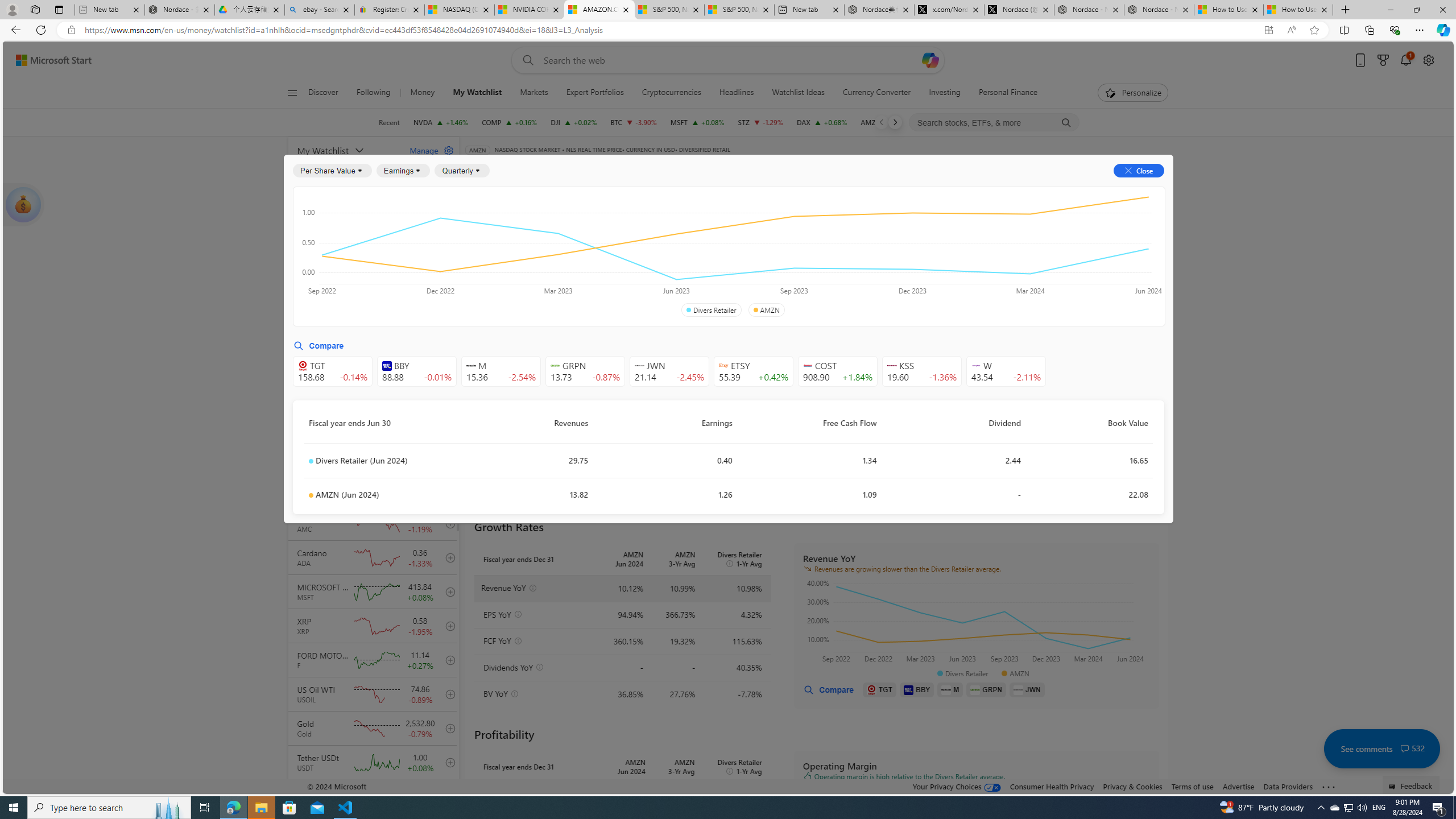 Image resolution: width=1456 pixels, height=819 pixels. What do you see at coordinates (1268, 30) in the screenshot?
I see `'App available. Install Start Money'` at bounding box center [1268, 30].